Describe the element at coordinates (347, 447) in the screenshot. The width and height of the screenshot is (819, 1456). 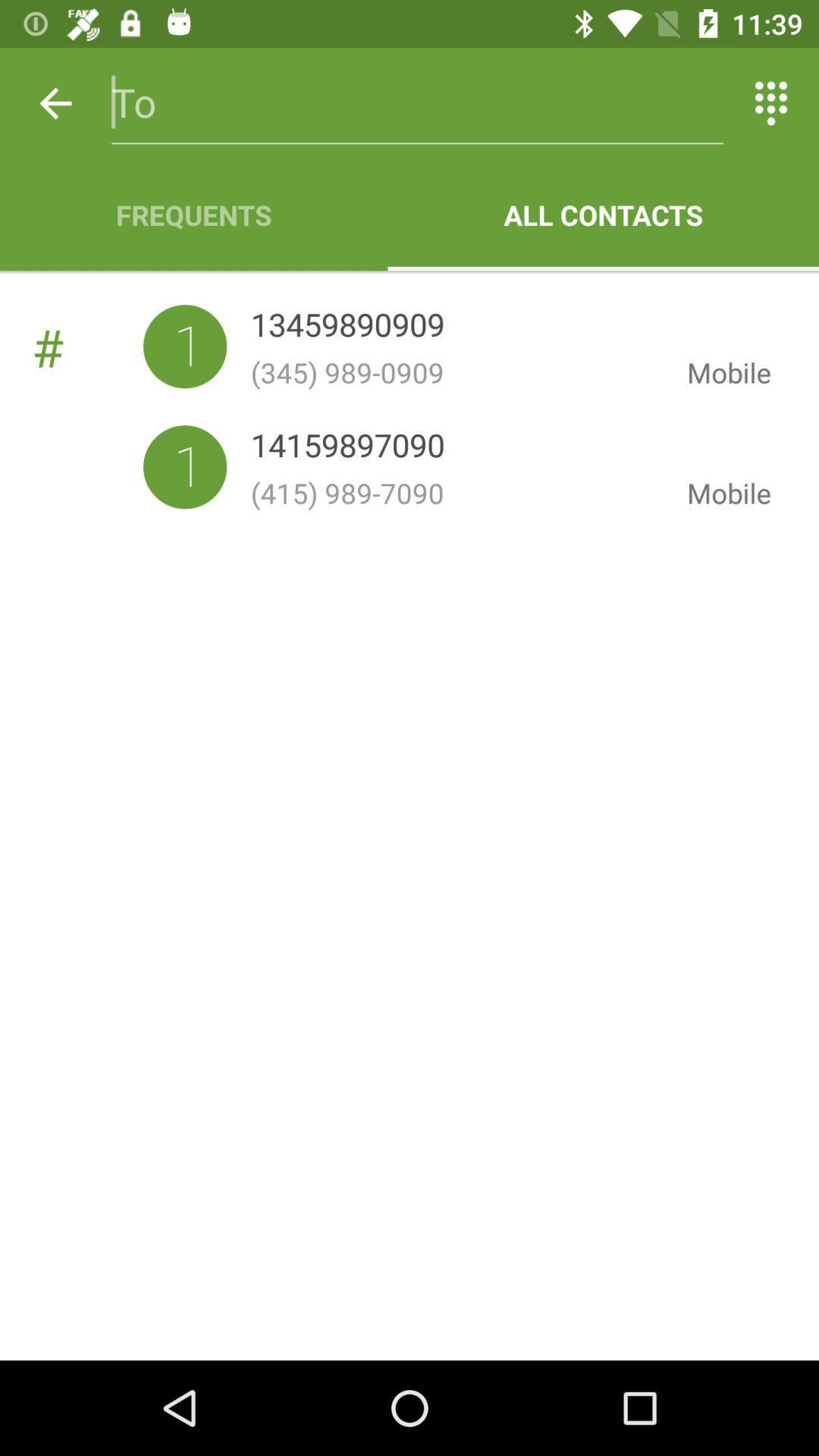
I see `icon next to mobile item` at that location.